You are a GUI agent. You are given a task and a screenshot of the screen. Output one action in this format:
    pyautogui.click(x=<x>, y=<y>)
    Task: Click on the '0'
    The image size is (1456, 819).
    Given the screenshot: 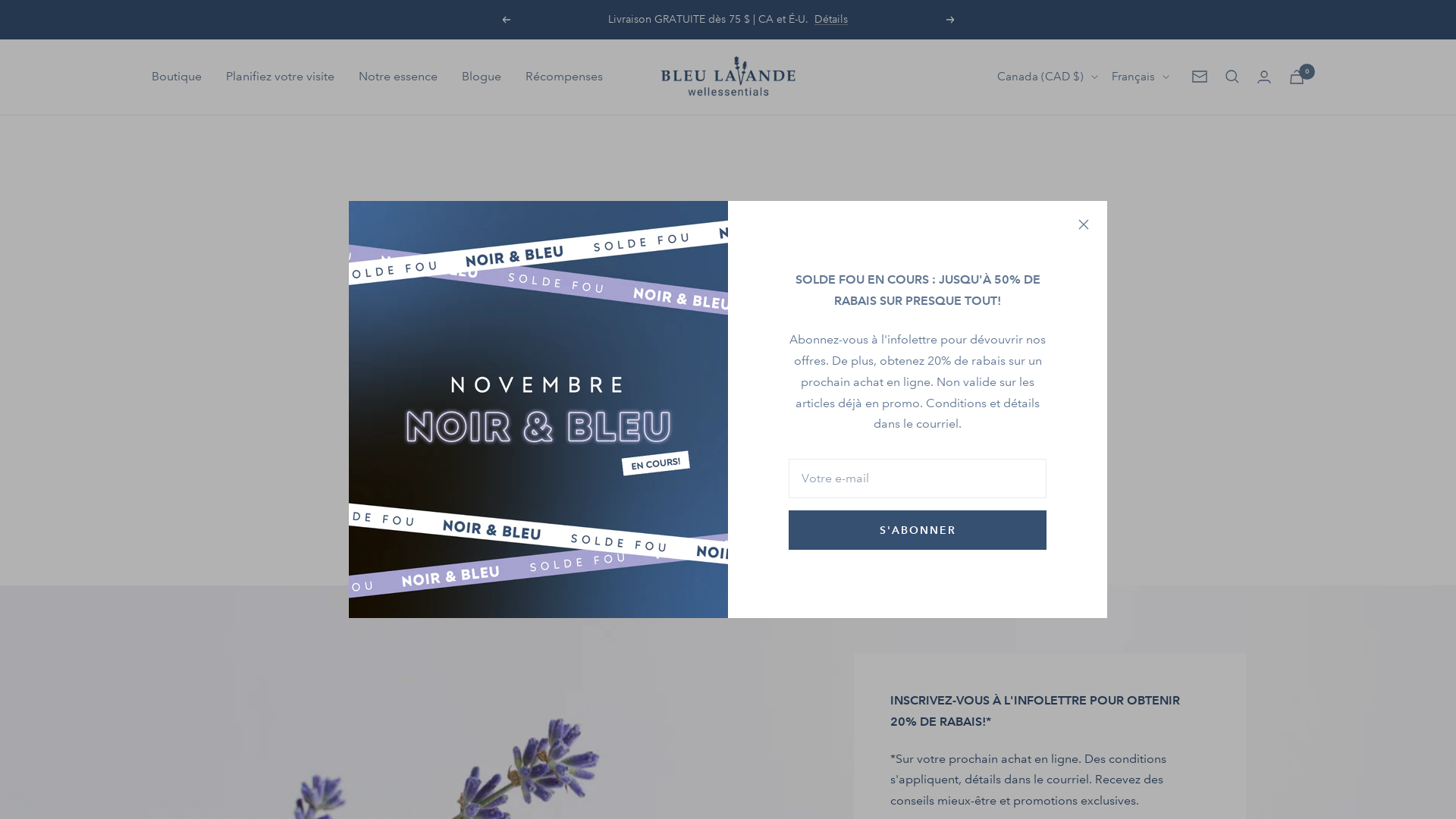 What is the action you would take?
    pyautogui.click(x=1295, y=77)
    